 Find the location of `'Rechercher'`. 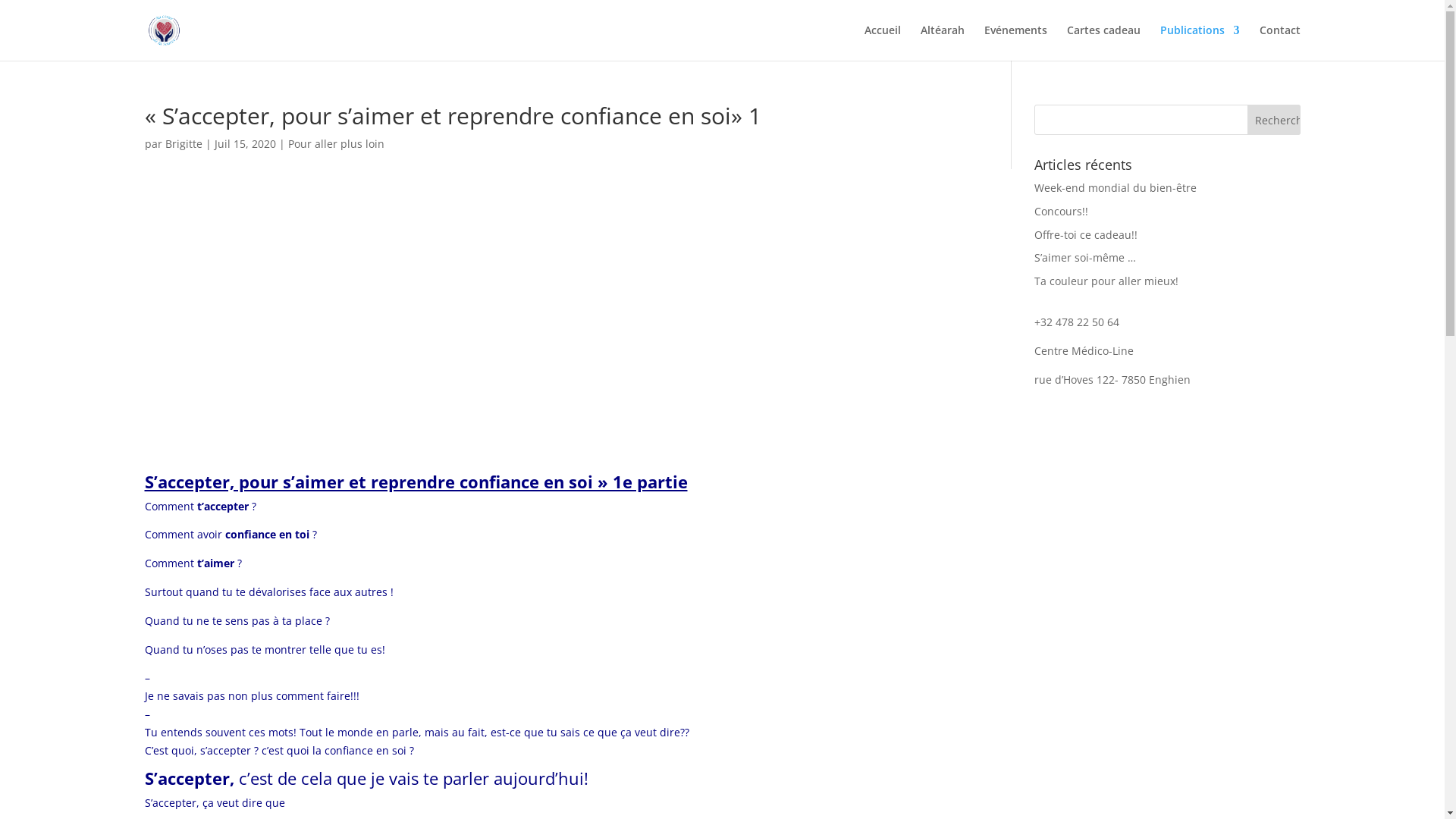

'Rechercher' is located at coordinates (1273, 119).